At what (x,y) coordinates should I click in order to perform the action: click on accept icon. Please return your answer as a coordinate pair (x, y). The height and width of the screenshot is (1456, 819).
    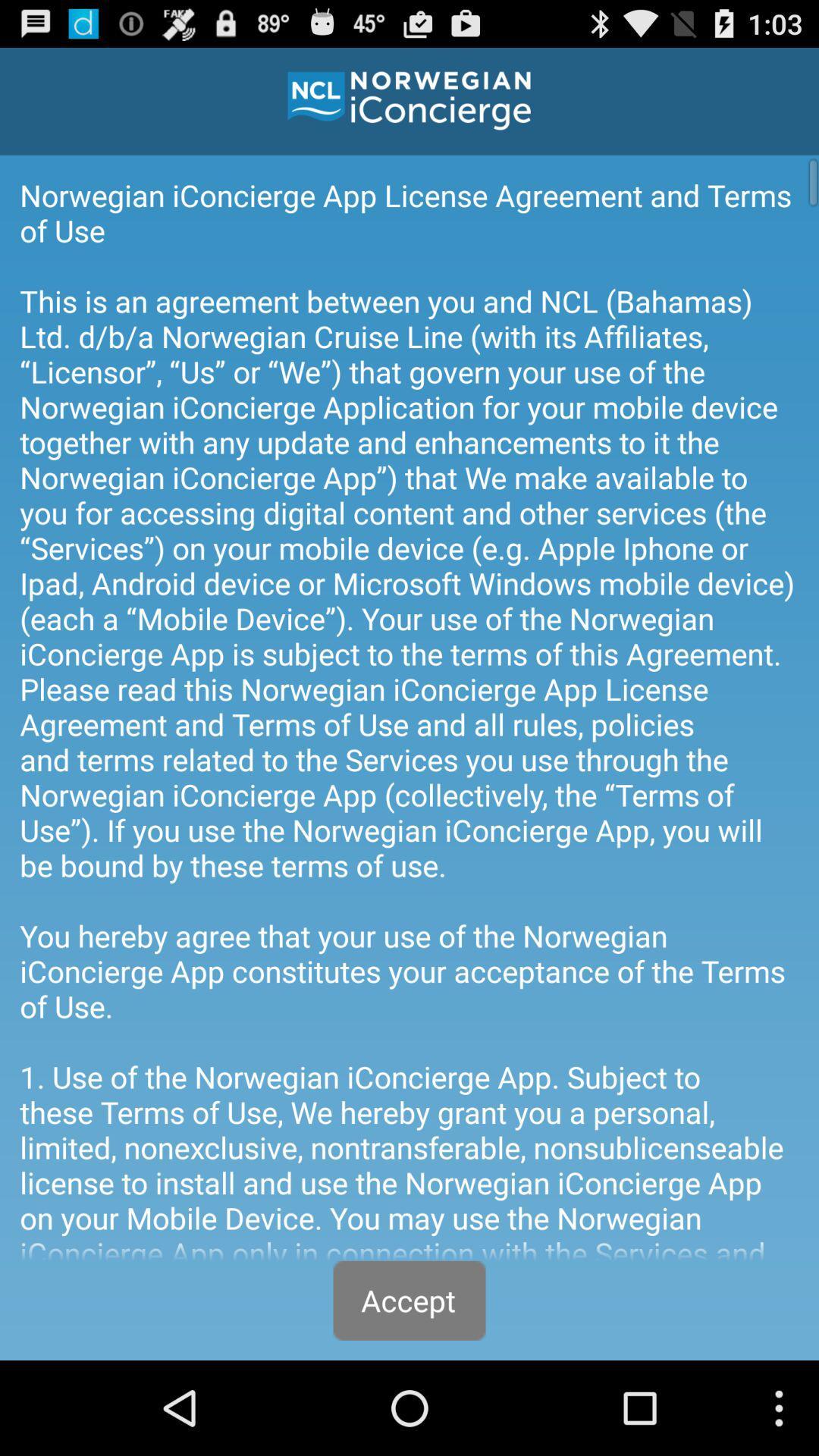
    Looking at the image, I should click on (409, 1300).